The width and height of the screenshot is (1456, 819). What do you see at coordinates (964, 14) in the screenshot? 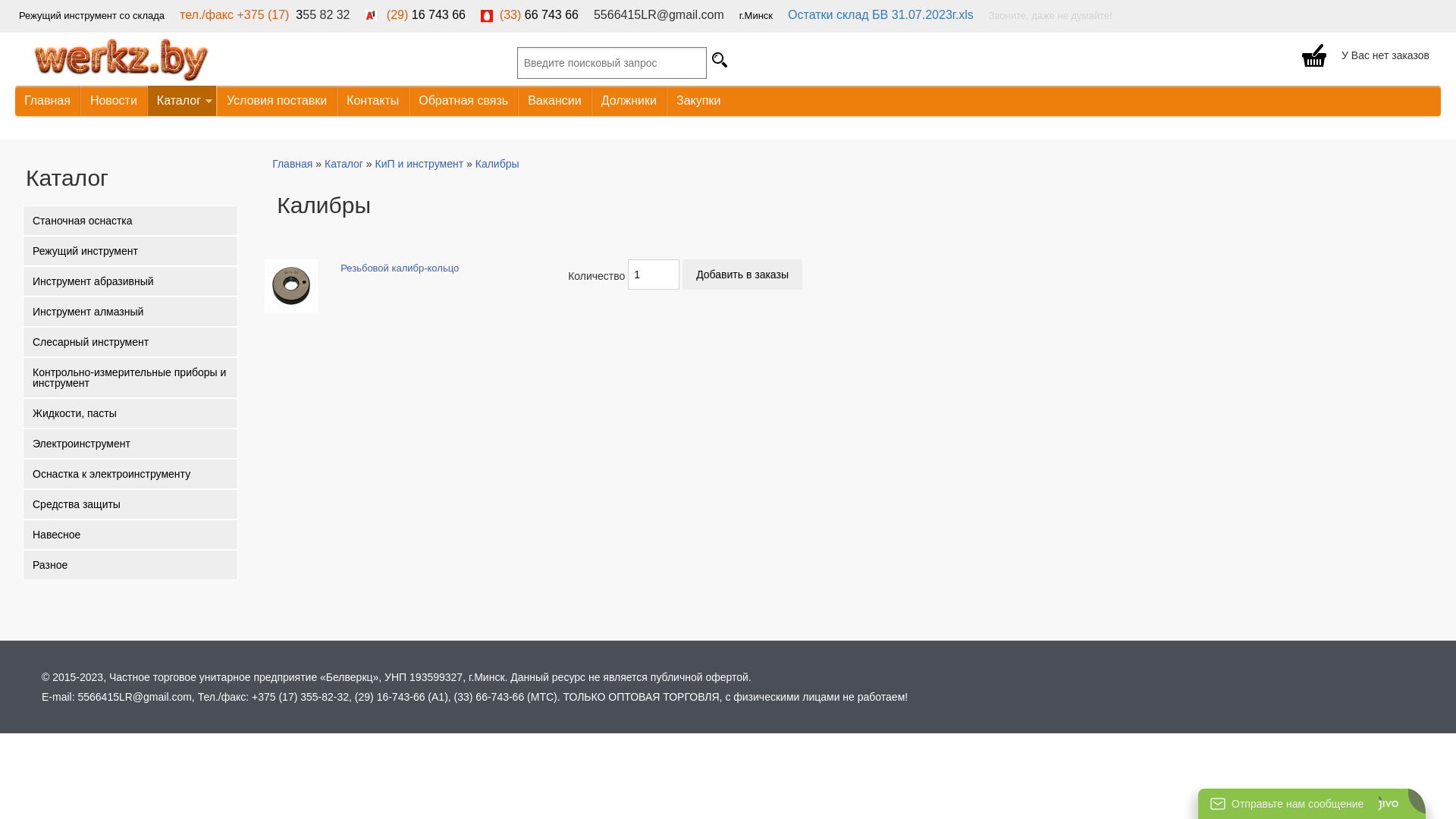
I see `'.xls'` at bounding box center [964, 14].